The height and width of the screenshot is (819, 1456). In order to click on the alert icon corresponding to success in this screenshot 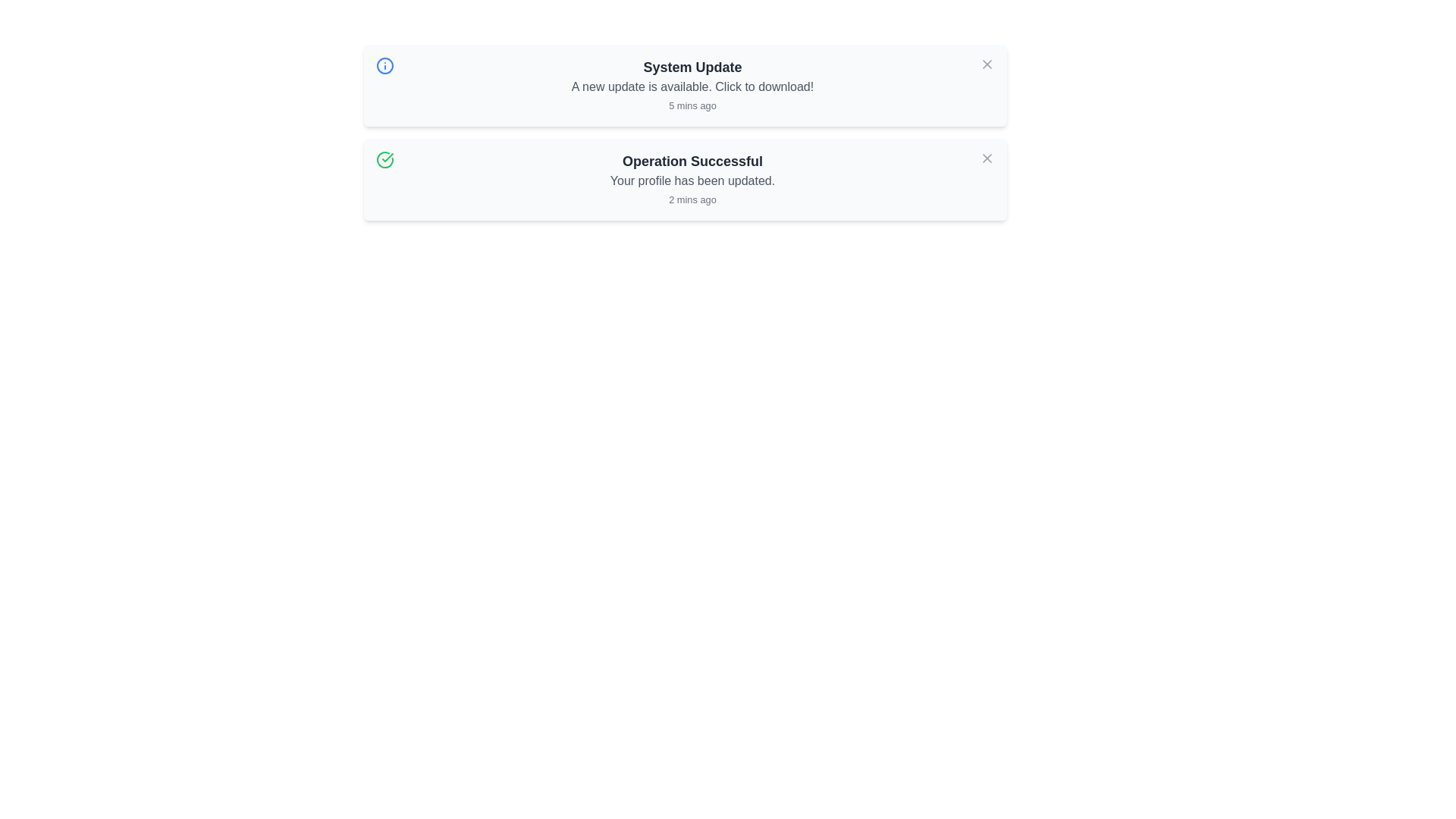, I will do `click(384, 160)`.